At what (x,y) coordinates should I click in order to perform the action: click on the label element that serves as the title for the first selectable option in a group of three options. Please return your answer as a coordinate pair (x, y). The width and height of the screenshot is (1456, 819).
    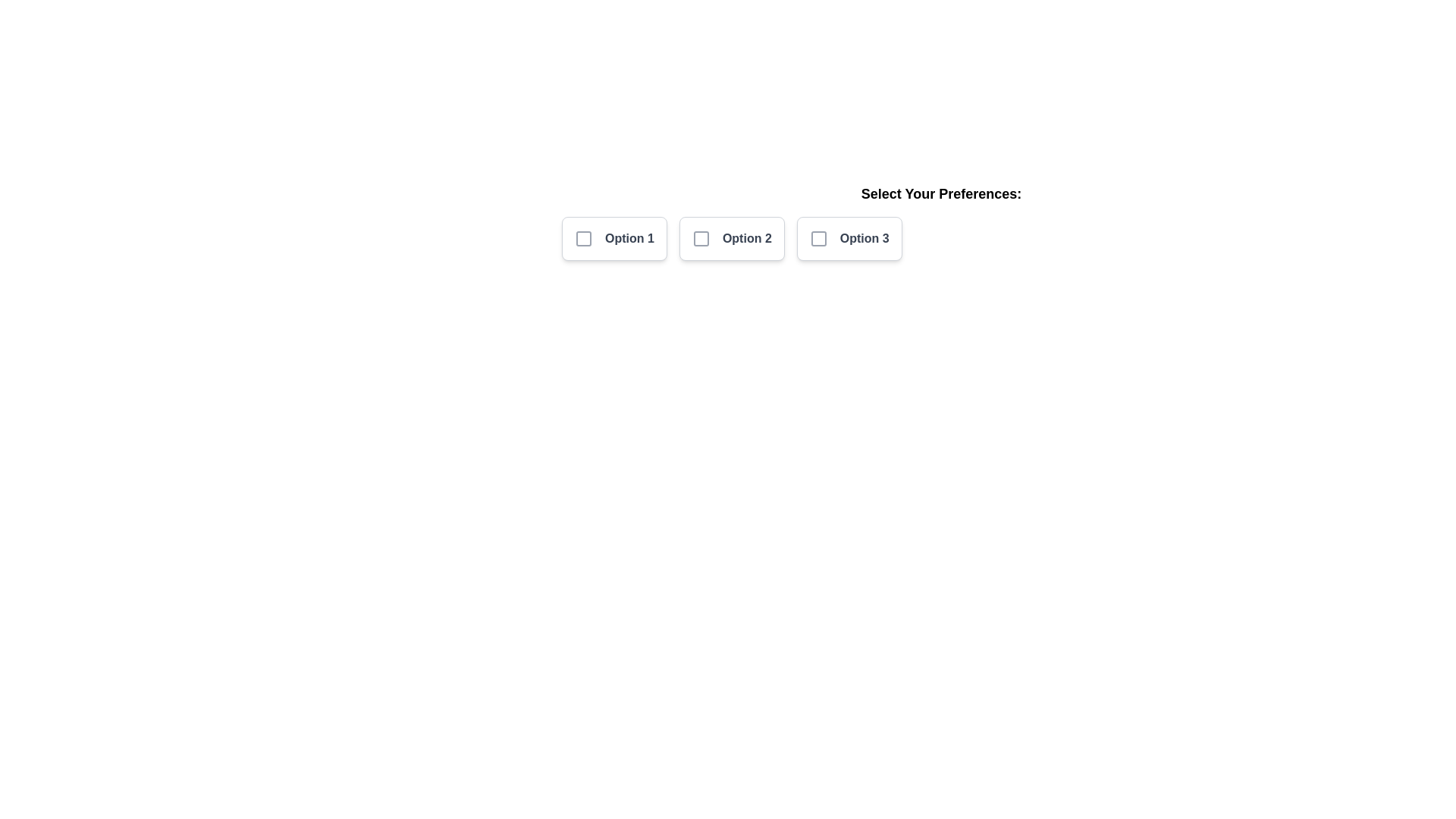
    Looking at the image, I should click on (629, 239).